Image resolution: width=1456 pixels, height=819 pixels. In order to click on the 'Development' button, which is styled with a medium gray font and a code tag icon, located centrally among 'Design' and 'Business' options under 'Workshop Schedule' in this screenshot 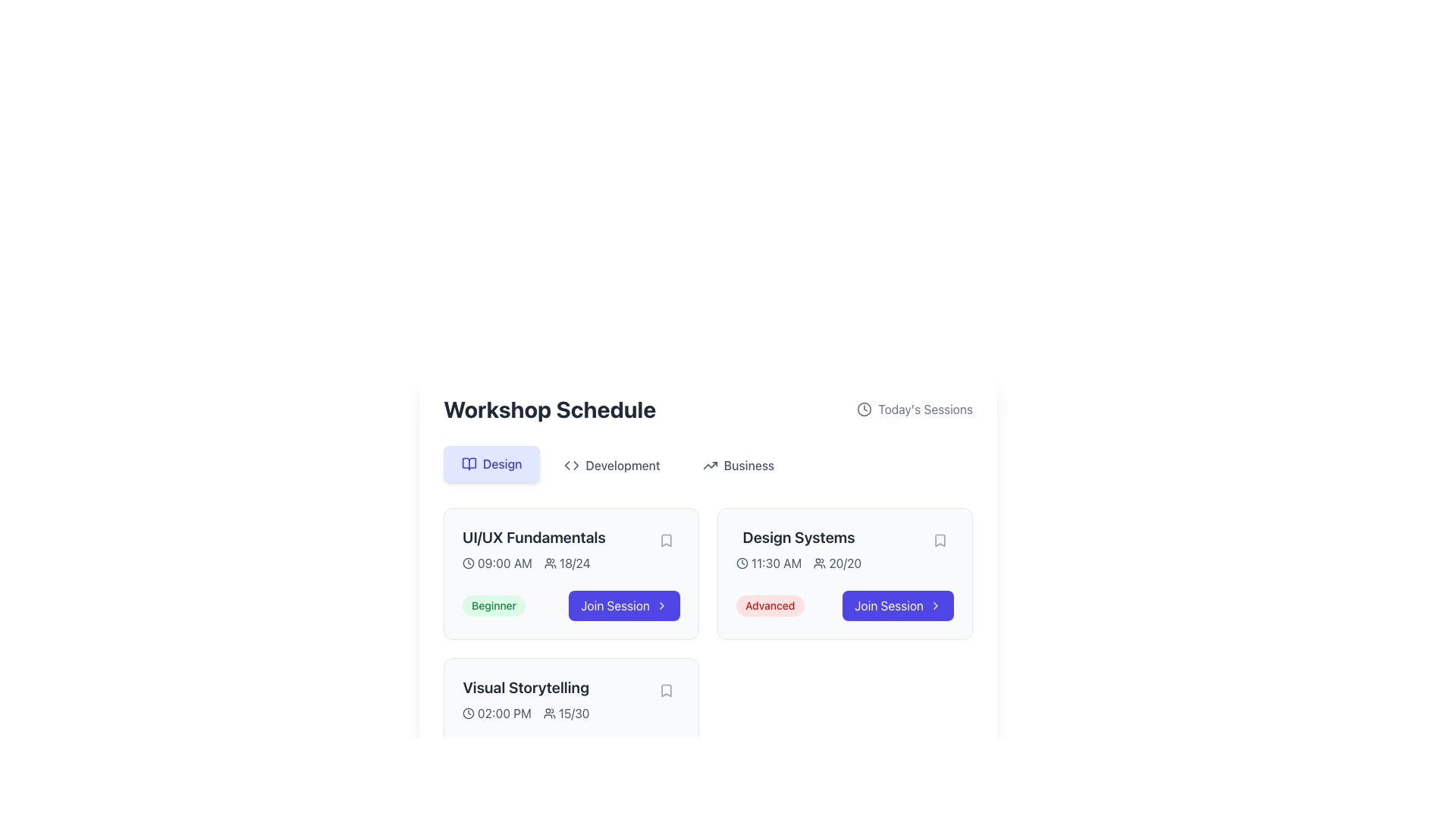, I will do `click(612, 464)`.